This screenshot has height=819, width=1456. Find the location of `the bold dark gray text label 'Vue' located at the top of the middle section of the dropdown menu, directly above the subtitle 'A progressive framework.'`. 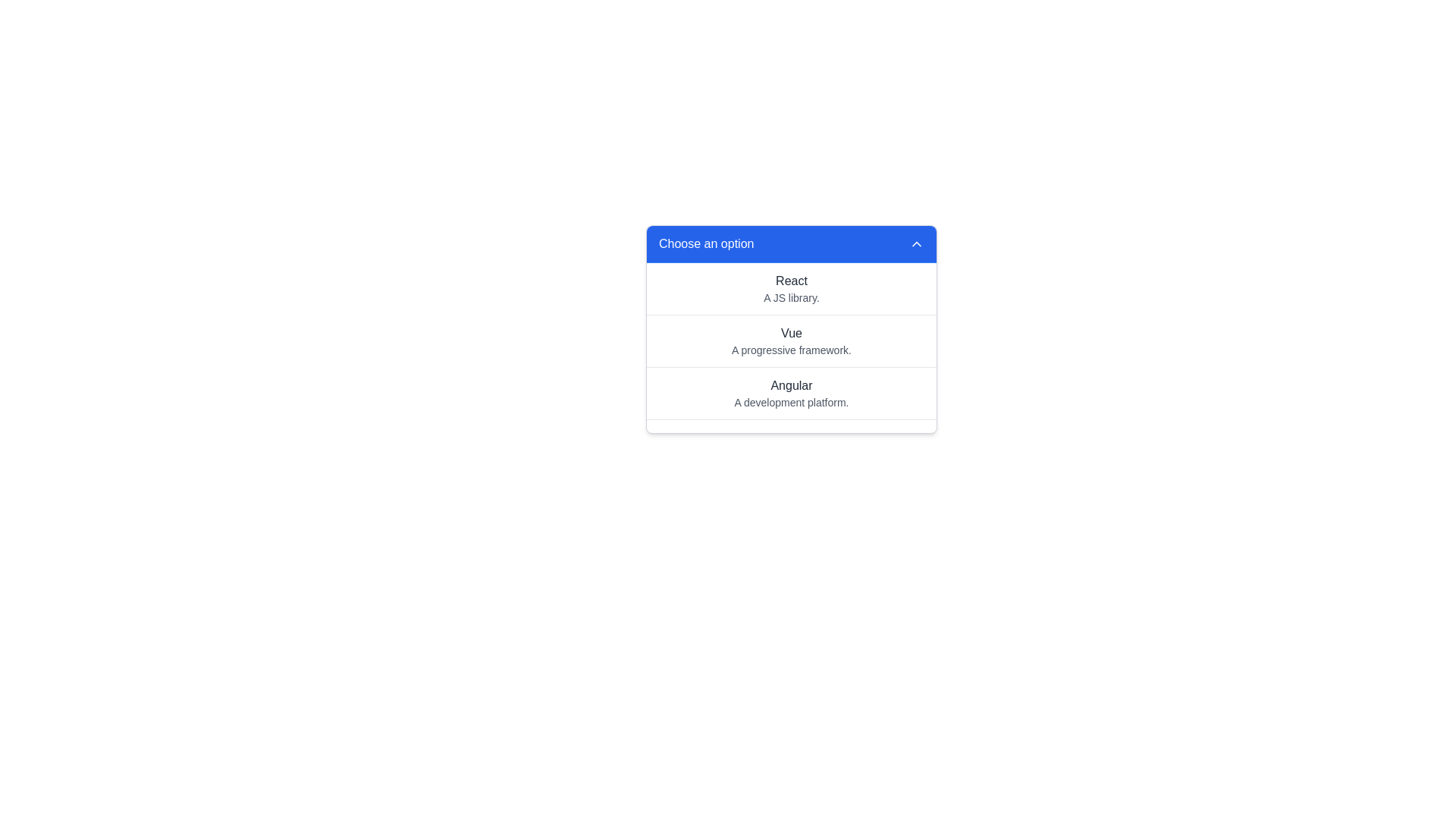

the bold dark gray text label 'Vue' located at the top of the middle section of the dropdown menu, directly above the subtitle 'A progressive framework.' is located at coordinates (790, 332).